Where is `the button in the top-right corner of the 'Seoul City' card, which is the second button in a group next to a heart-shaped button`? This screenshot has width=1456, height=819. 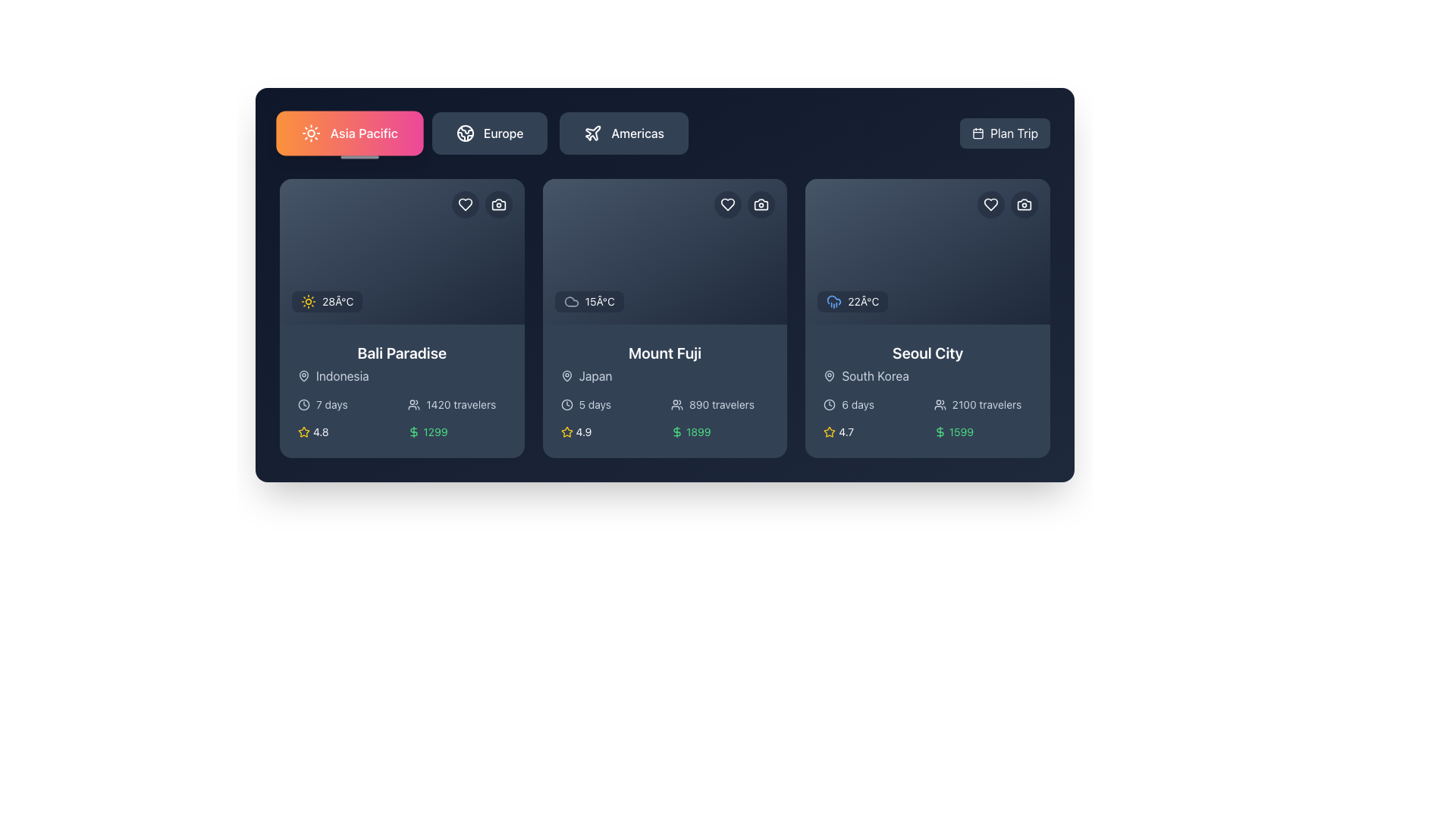 the button in the top-right corner of the 'Seoul City' card, which is the second button in a group next to a heart-shaped button is located at coordinates (1023, 205).